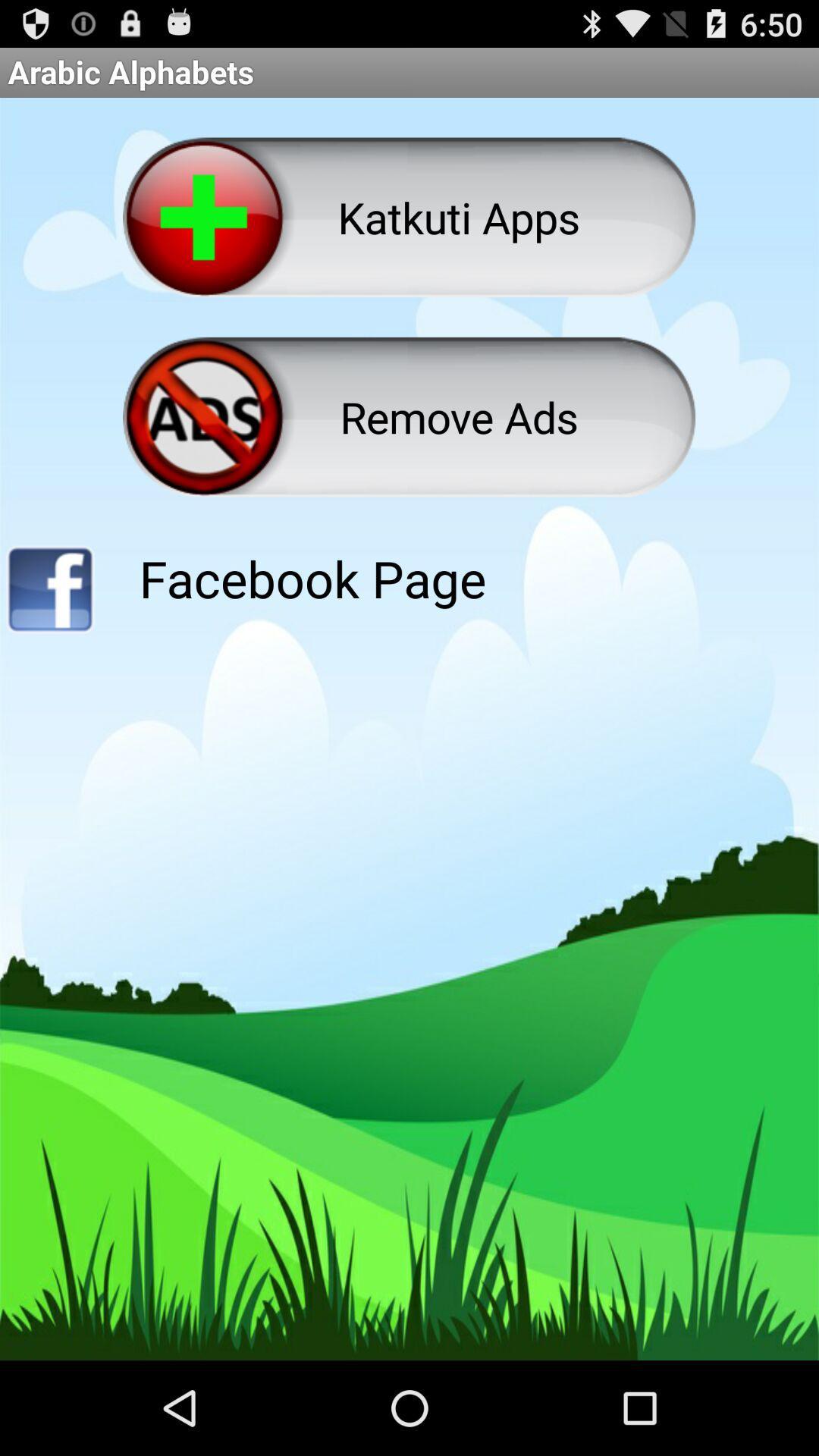 The height and width of the screenshot is (1456, 819). What do you see at coordinates (49, 636) in the screenshot?
I see `the facebook icon` at bounding box center [49, 636].